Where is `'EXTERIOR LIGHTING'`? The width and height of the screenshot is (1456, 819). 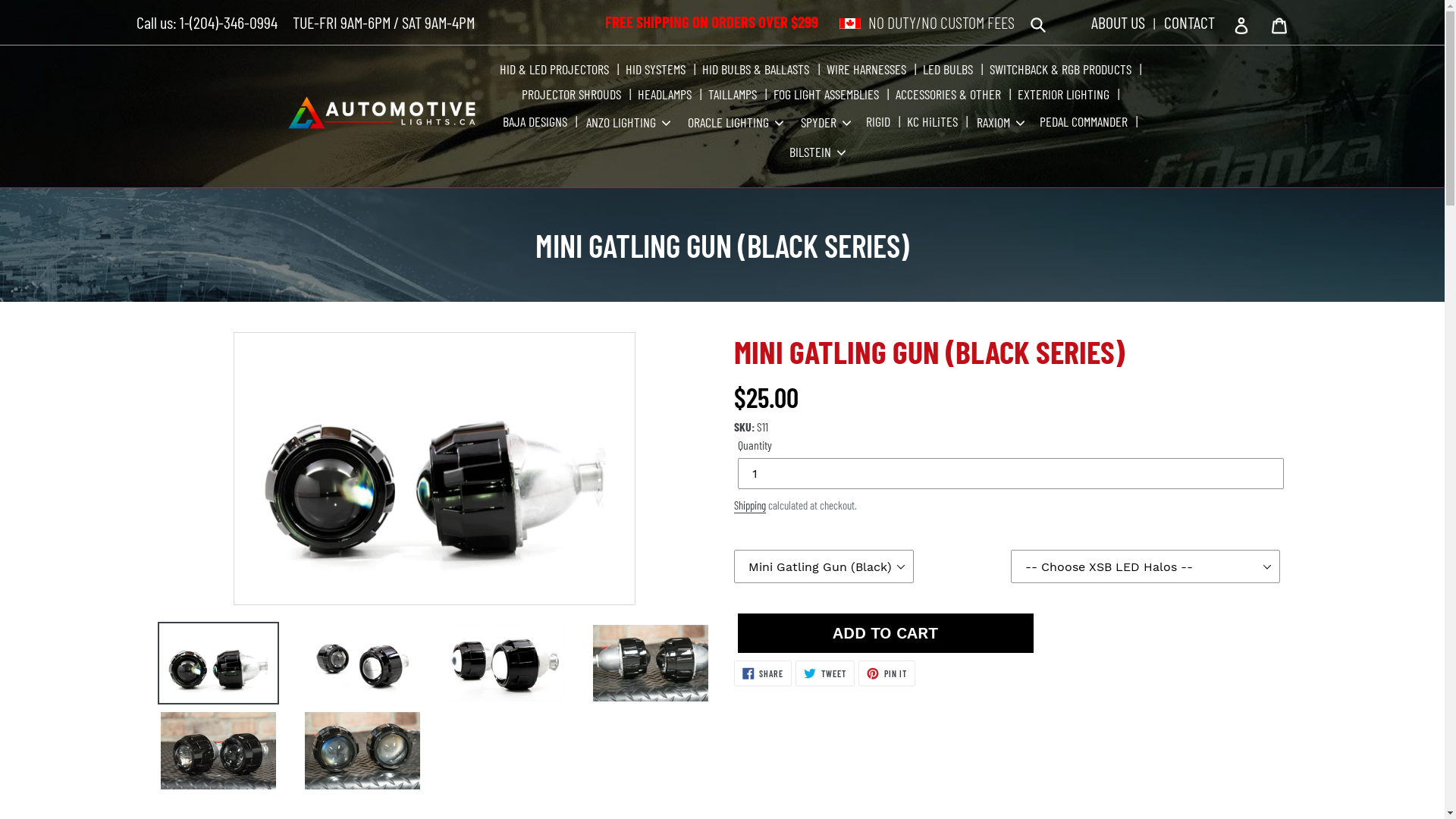 'EXTERIOR LIGHTING' is located at coordinates (1012, 94).